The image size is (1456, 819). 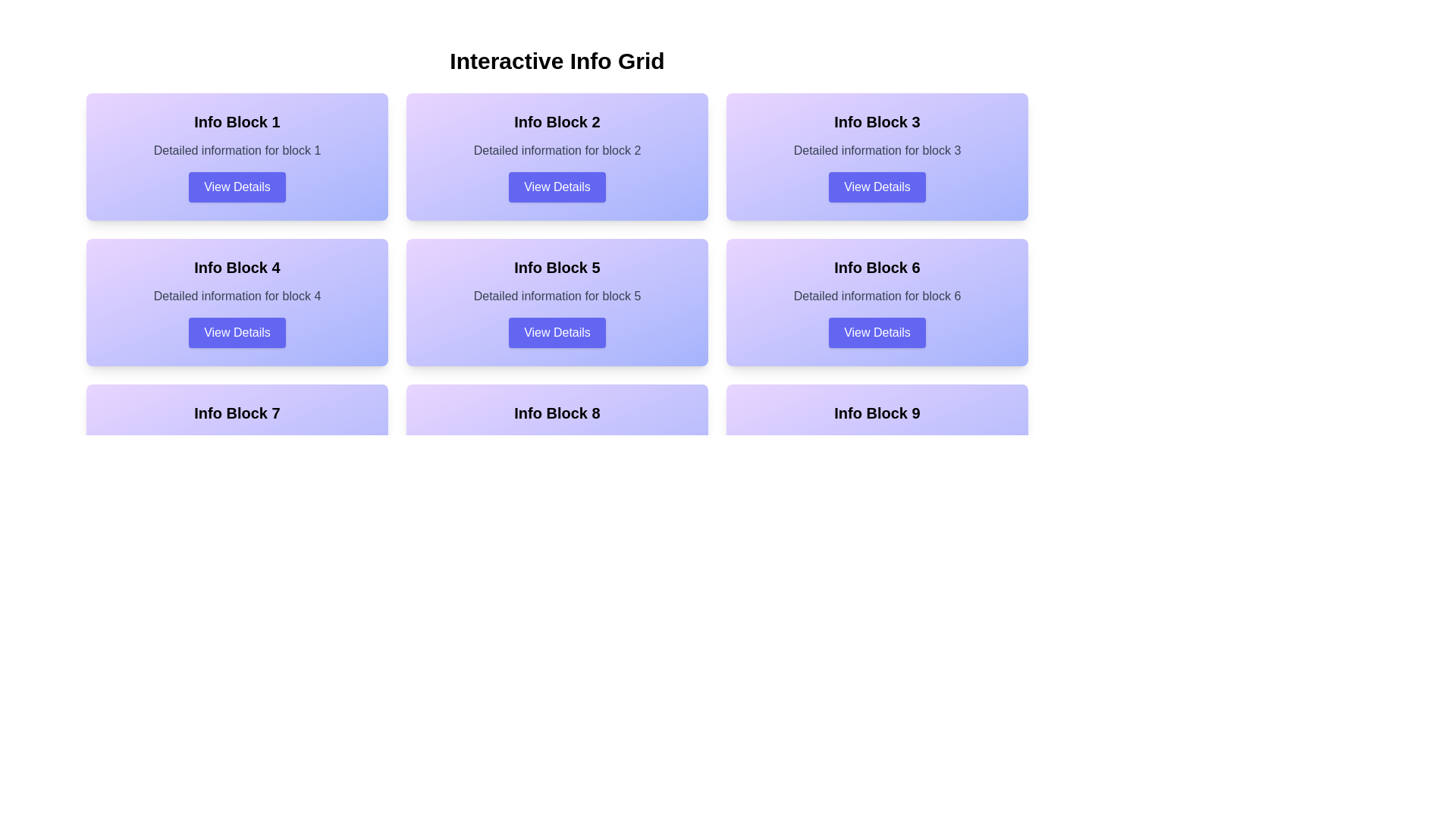 What do you see at coordinates (877, 332) in the screenshot?
I see `the button located at the bottom center of the 'Info Block 6' section` at bounding box center [877, 332].